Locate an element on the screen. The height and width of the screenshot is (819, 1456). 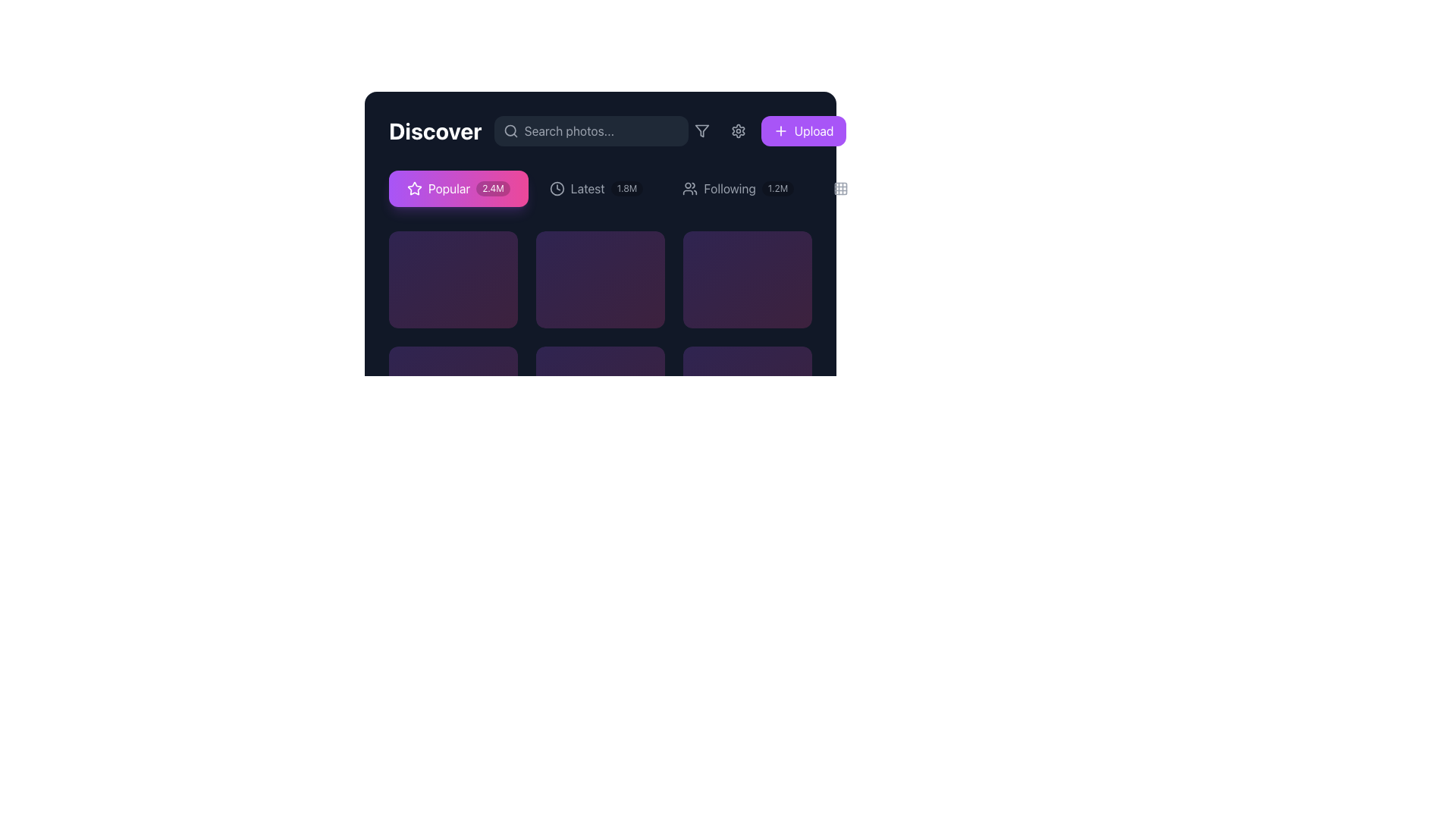
the 'Latest' text label in the navigation bar is located at coordinates (587, 188).